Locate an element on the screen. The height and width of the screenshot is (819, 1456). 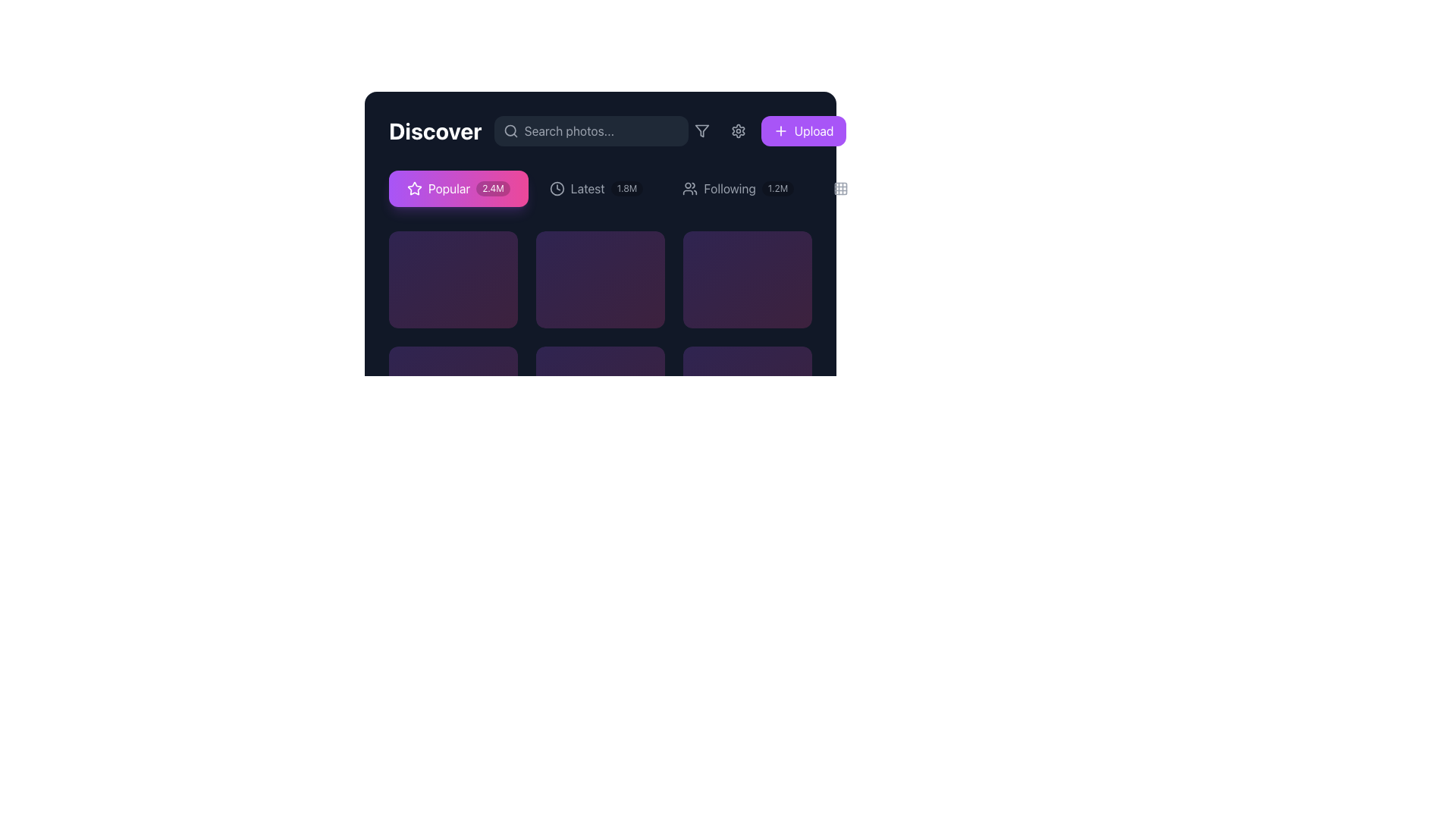
the 'Latest' text label in the navigation bar is located at coordinates (587, 188).